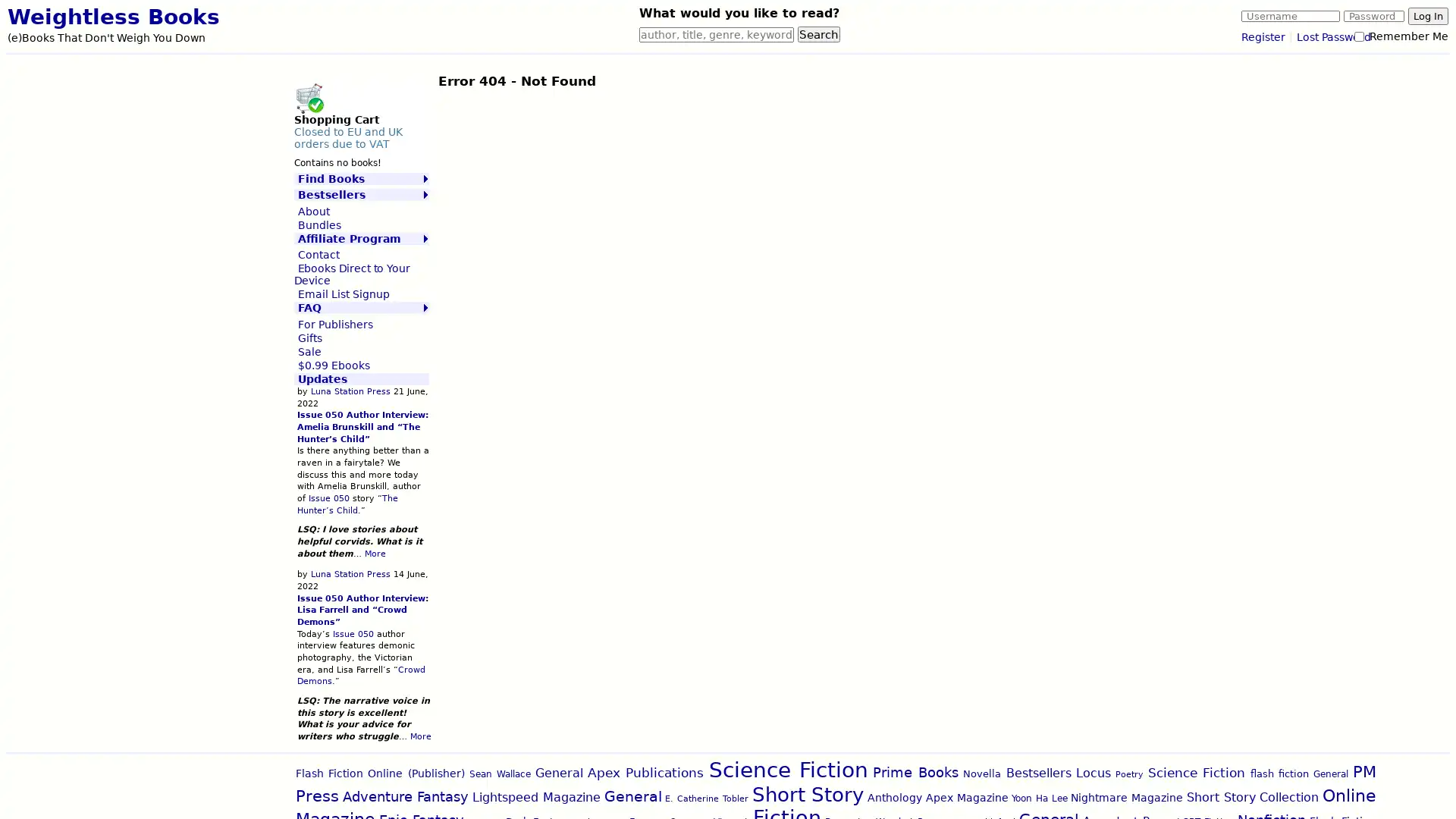  Describe the element at coordinates (308, 97) in the screenshot. I see `Shopping Cart` at that location.